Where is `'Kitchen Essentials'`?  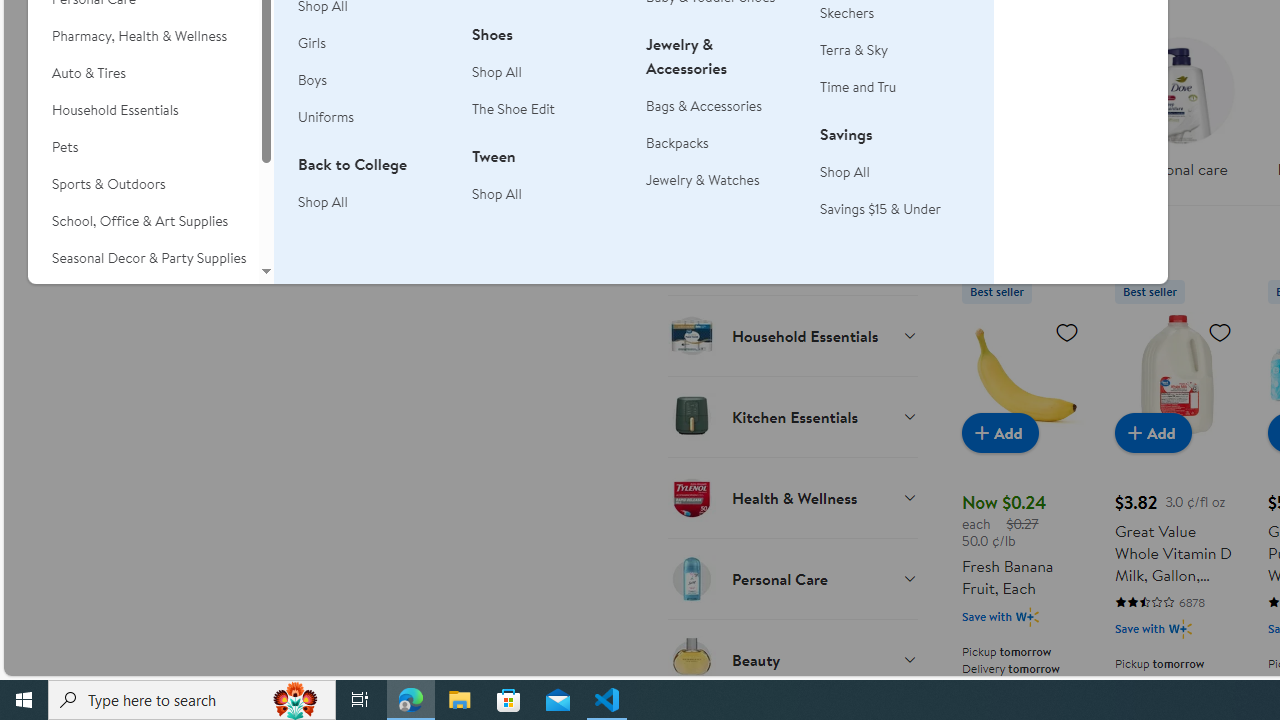 'Kitchen Essentials' is located at coordinates (791, 415).